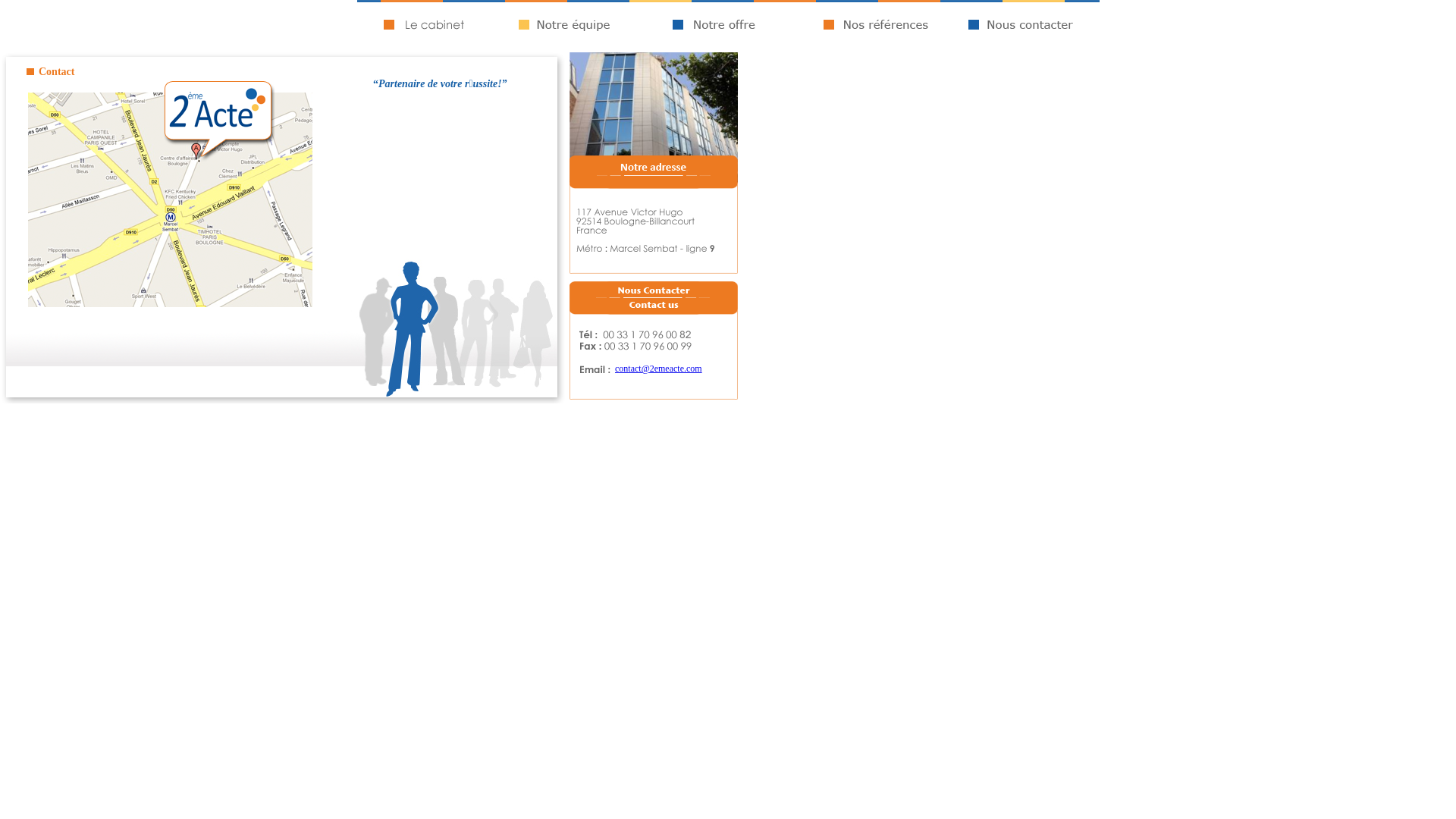 The image size is (1456, 819). I want to click on 'contact@2emeacte.com', so click(658, 369).